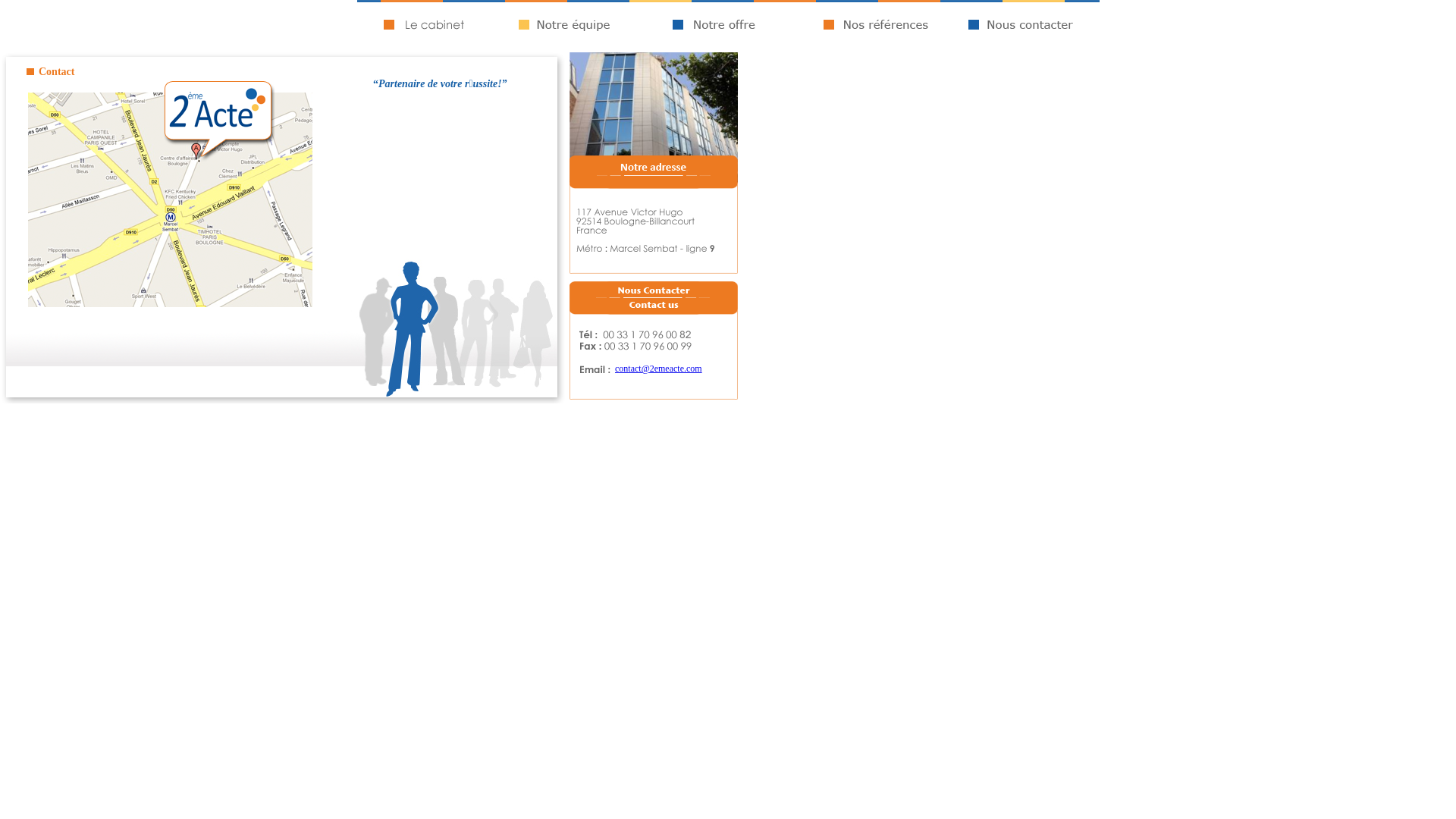 The image size is (1456, 819). I want to click on 'contact@2emeacte.com', so click(658, 369).